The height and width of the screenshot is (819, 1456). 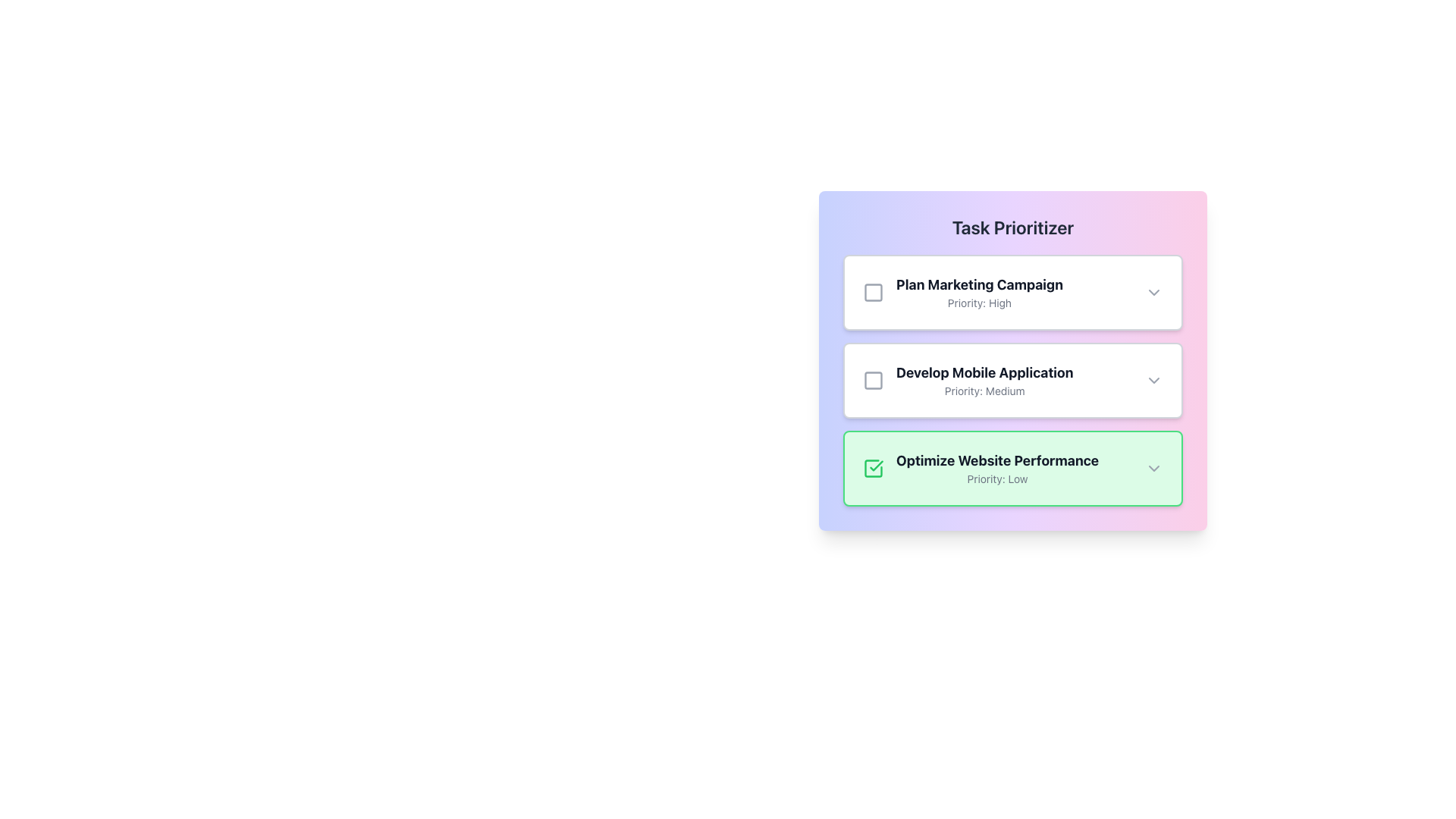 What do you see at coordinates (874, 292) in the screenshot?
I see `the checkbox-like indicator located inside the first list item box labeled 'Plan Marketing Campaign'` at bounding box center [874, 292].